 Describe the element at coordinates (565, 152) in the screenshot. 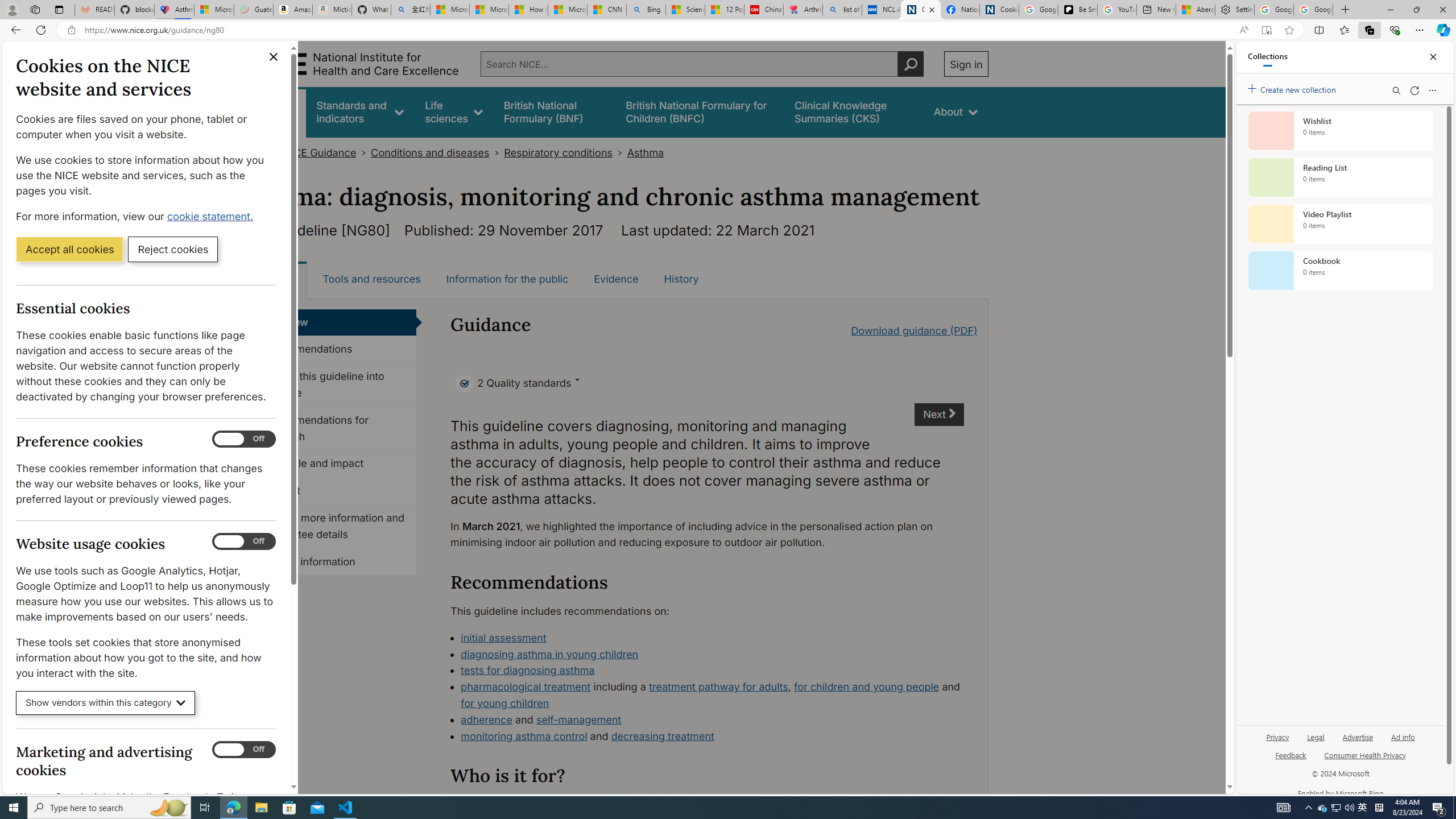

I see `'Respiratory conditions>'` at that location.